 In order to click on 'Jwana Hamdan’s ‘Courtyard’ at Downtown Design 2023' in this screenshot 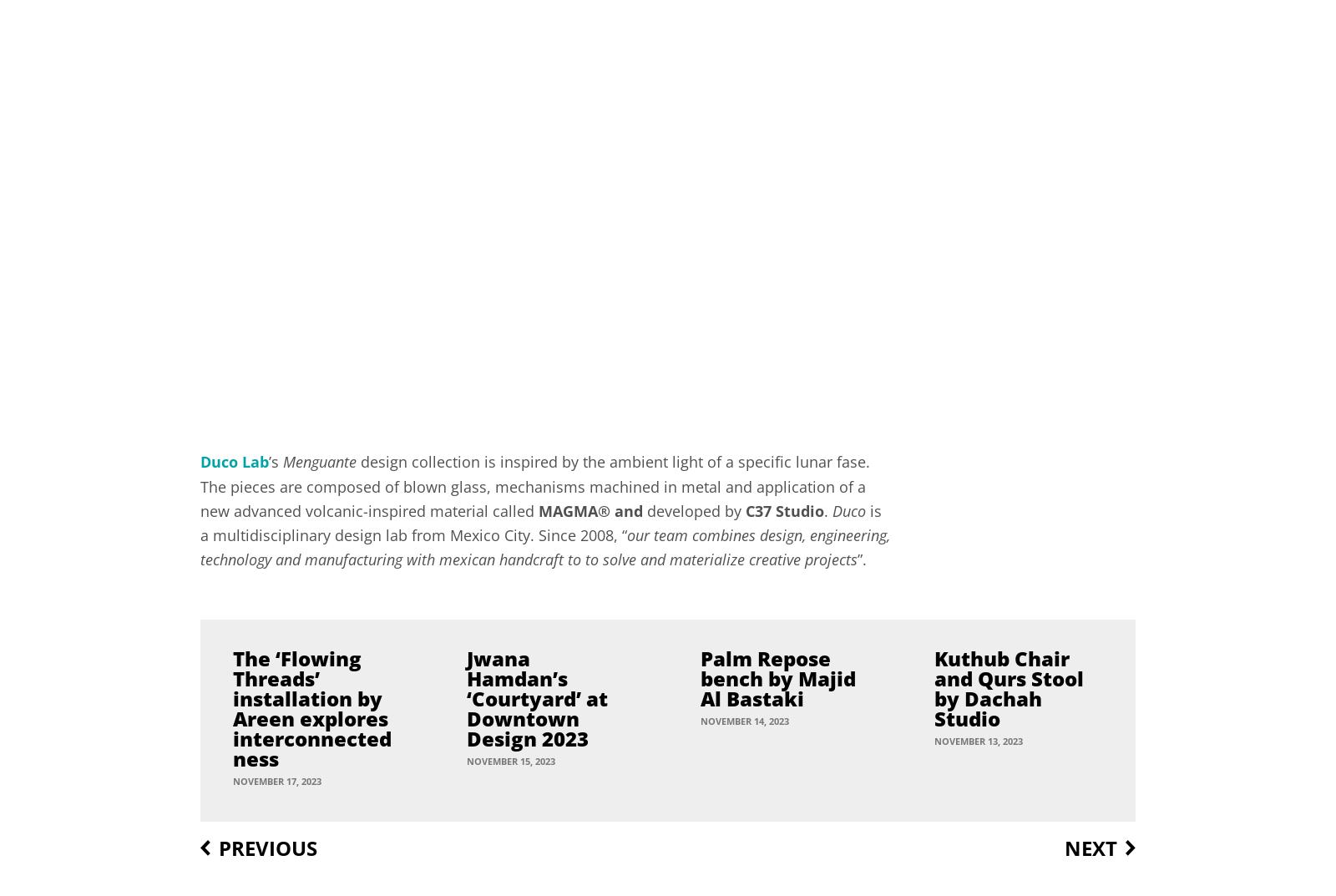, I will do `click(537, 696)`.